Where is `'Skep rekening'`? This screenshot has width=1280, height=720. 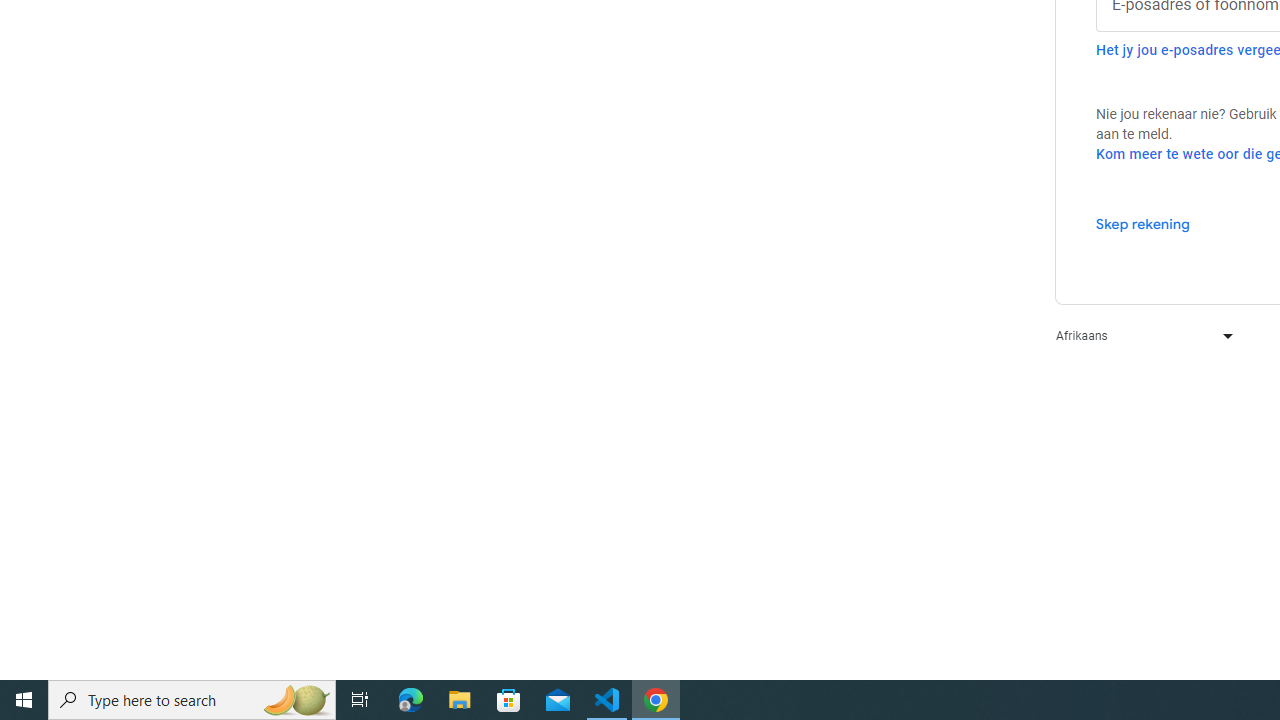
'Skep rekening' is located at coordinates (1142, 223).